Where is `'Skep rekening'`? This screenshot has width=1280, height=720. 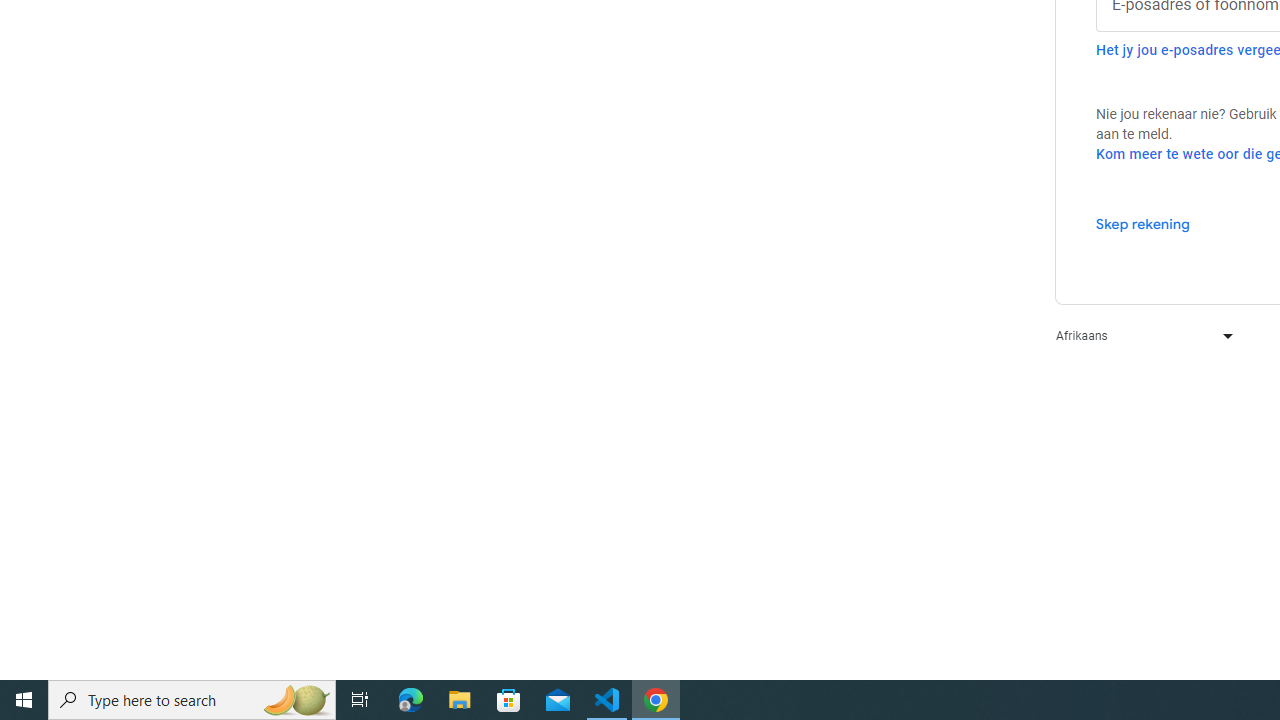
'Skep rekening' is located at coordinates (1142, 223).